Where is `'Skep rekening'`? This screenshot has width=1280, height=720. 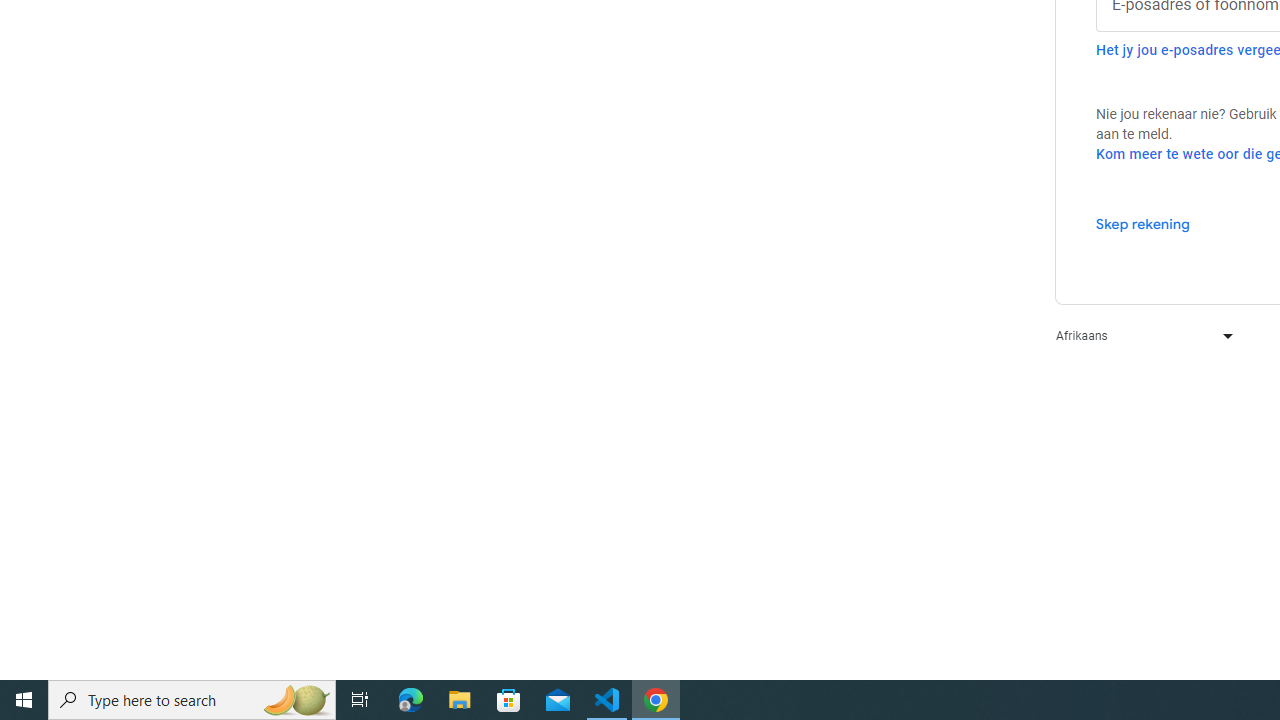
'Skep rekening' is located at coordinates (1142, 223).